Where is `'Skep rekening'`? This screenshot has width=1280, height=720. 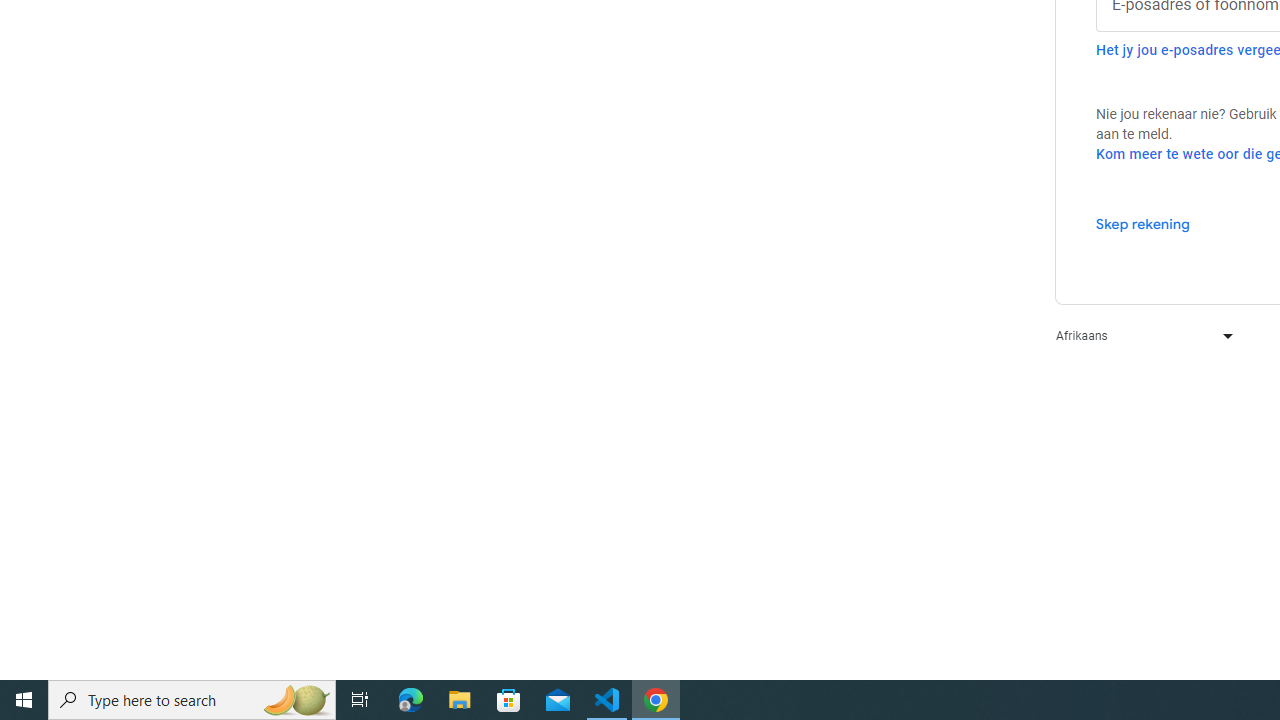
'Skep rekening' is located at coordinates (1142, 223).